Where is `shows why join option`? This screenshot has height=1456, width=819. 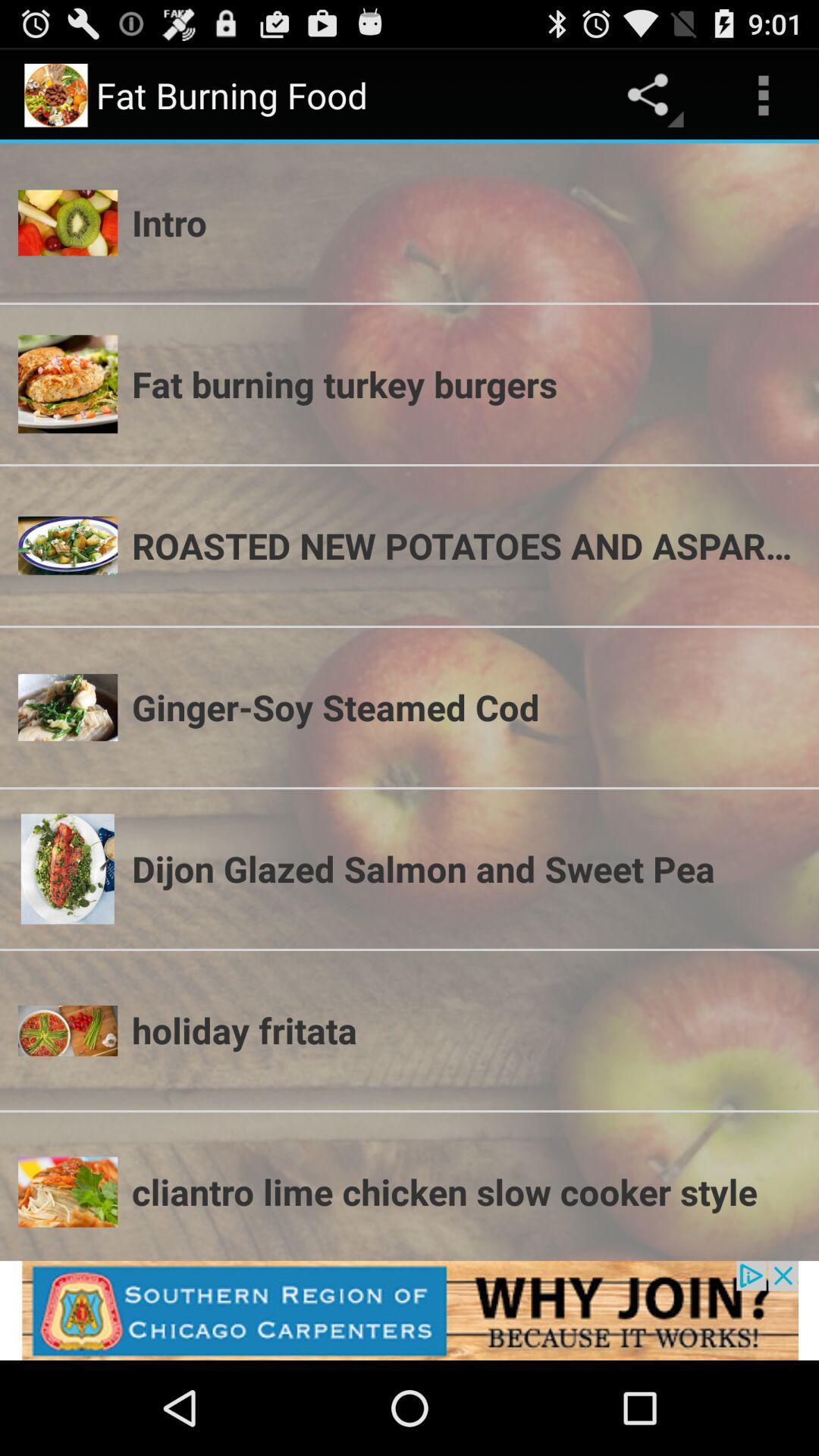 shows why join option is located at coordinates (409, 1310).